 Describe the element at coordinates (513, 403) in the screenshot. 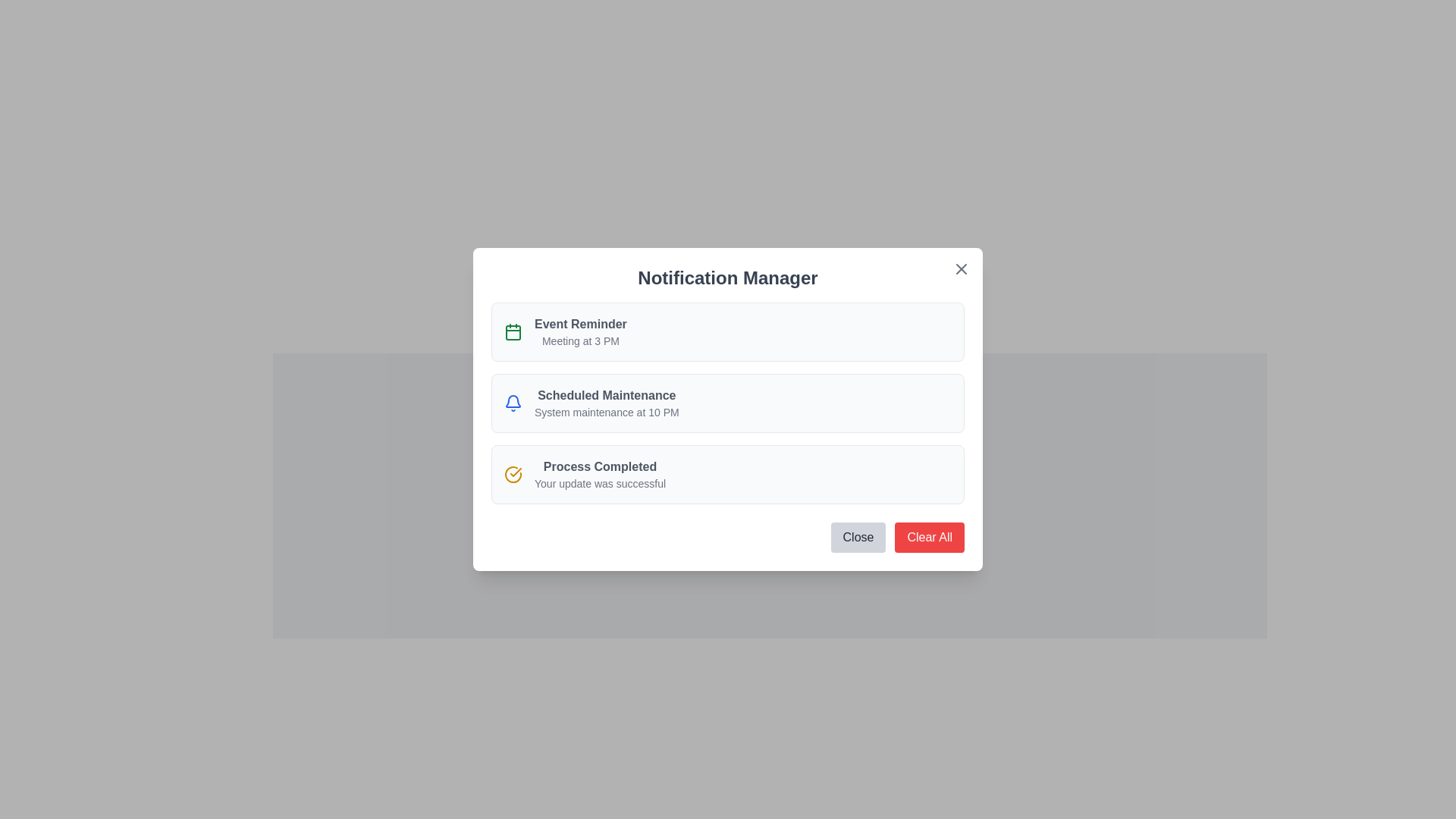

I see `the notification icon located to the left of the text 'Scheduled Maintenance' inside the 'Notification Manager' modal in the middle notification block` at that location.